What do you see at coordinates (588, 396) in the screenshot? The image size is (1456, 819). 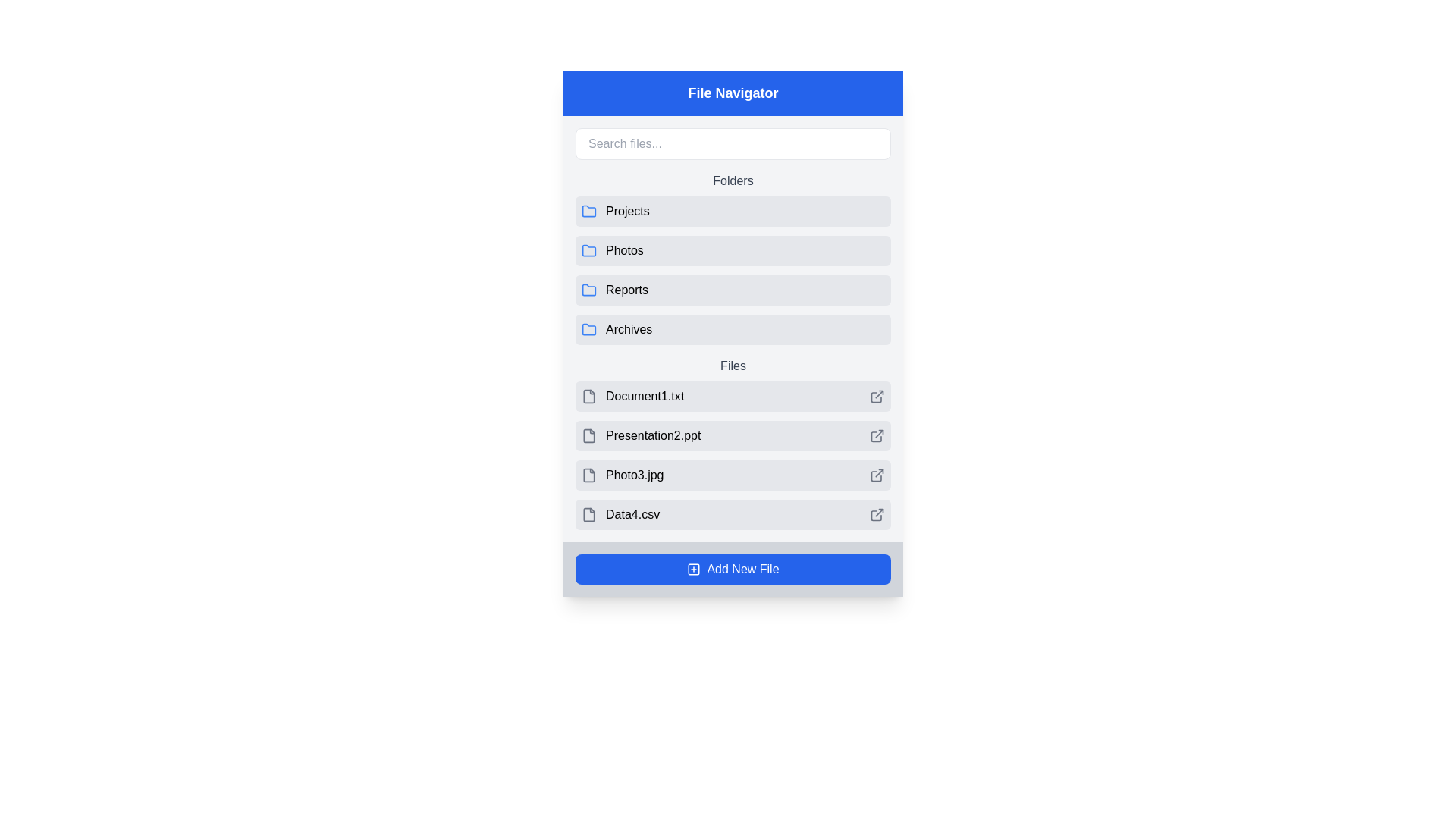 I see `the document icon located near the top-left corner of the file entry labeled 'Document1.txt' in the Files section` at bounding box center [588, 396].